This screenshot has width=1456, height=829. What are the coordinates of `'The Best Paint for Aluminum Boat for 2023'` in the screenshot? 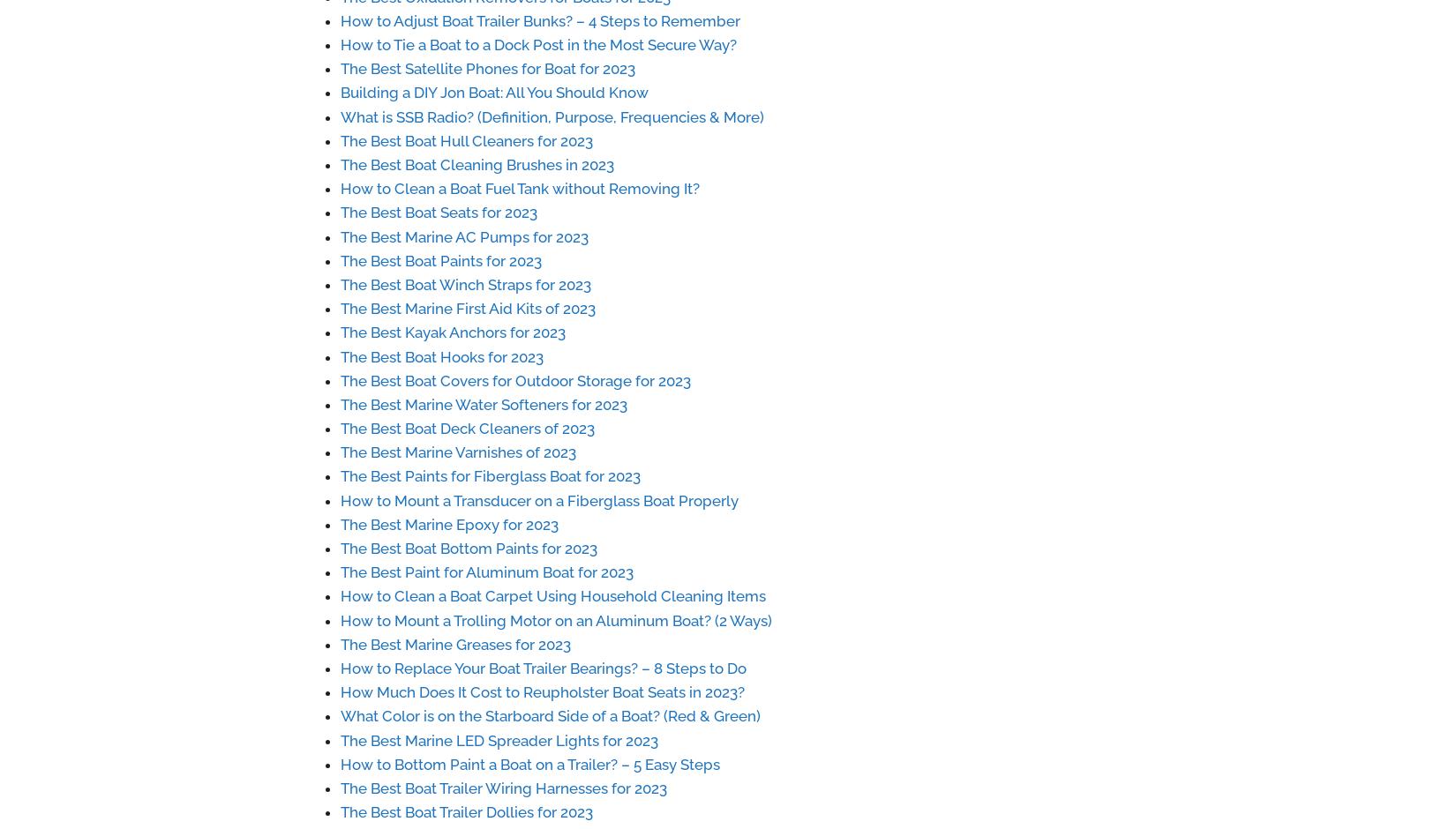 It's located at (485, 571).